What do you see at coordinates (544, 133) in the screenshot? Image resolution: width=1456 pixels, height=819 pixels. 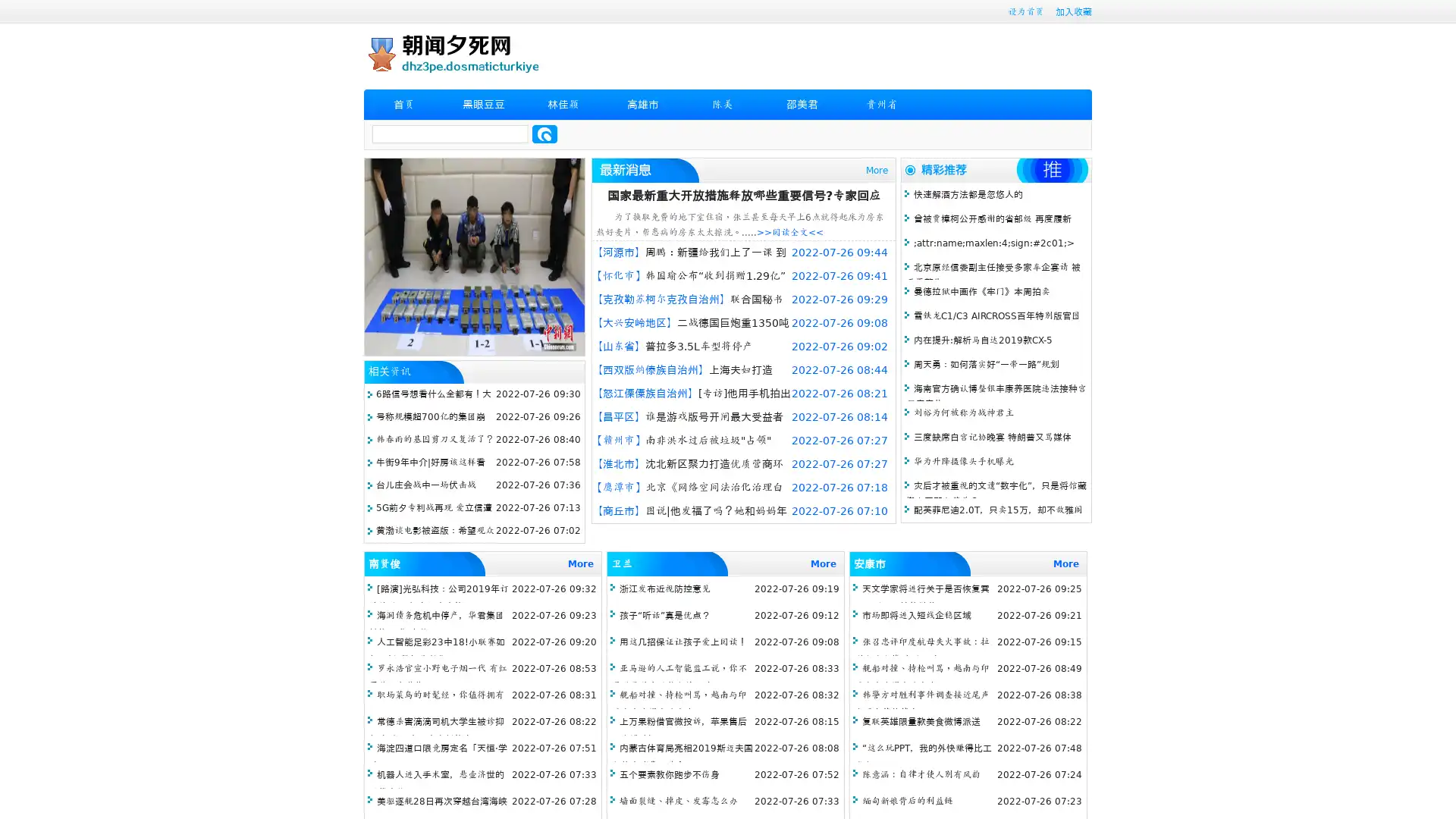 I see `Search` at bounding box center [544, 133].